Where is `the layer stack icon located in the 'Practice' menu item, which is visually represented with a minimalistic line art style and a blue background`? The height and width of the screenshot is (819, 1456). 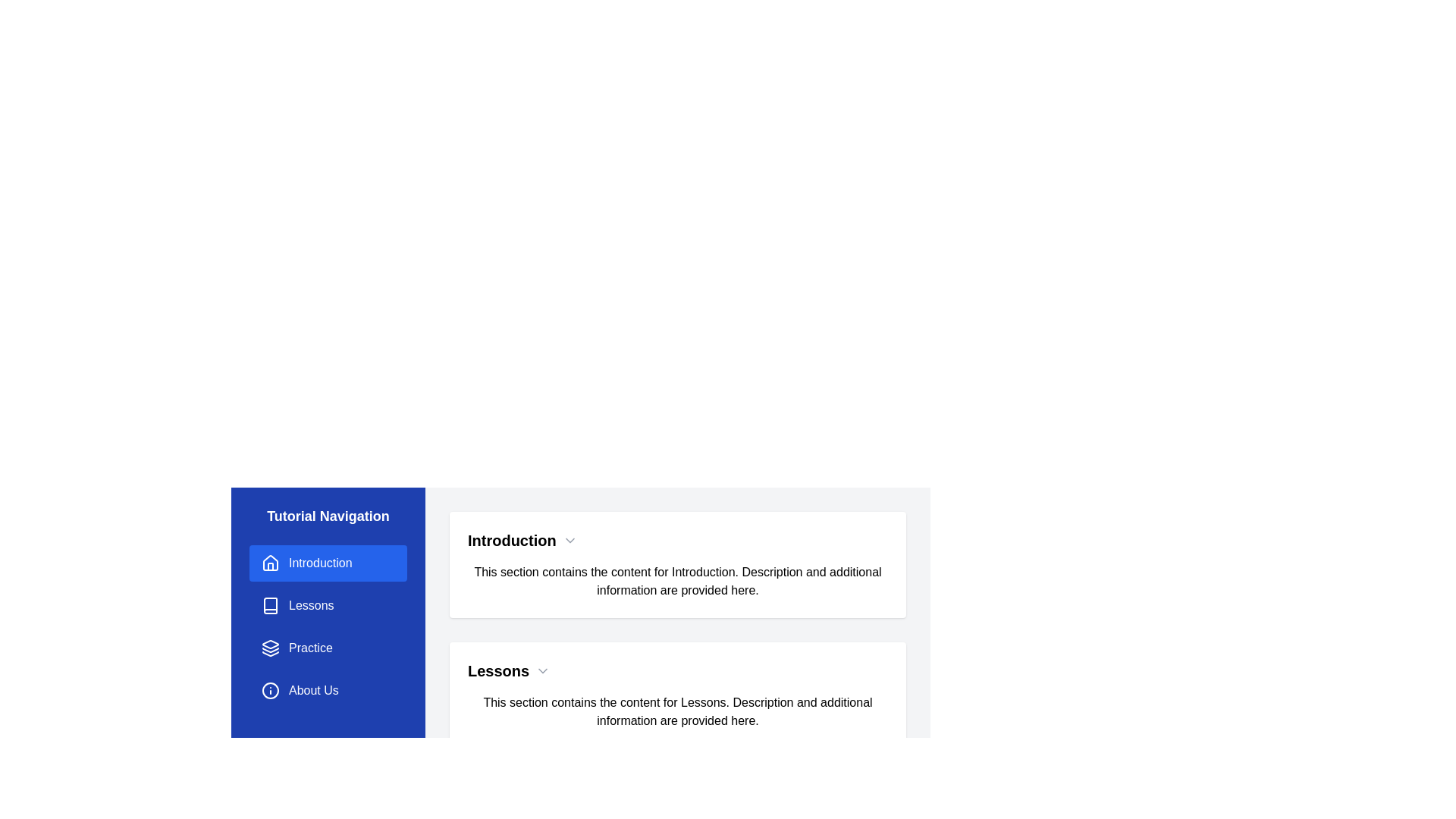 the layer stack icon located in the 'Practice' menu item, which is visually represented with a minimalistic line art style and a blue background is located at coordinates (270, 648).